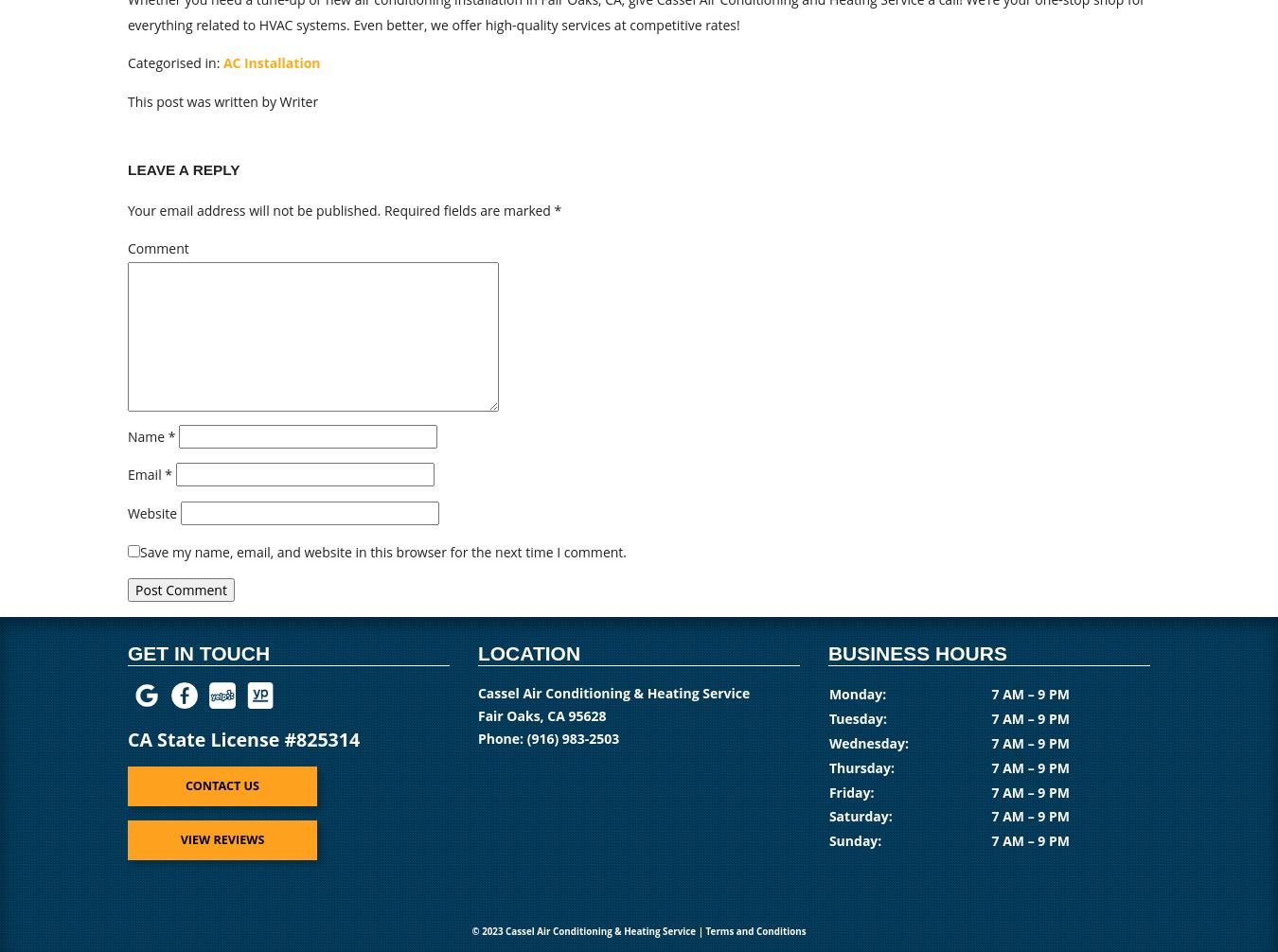 This screenshot has width=1278, height=952. What do you see at coordinates (861, 766) in the screenshot?
I see `'Thursday:'` at bounding box center [861, 766].